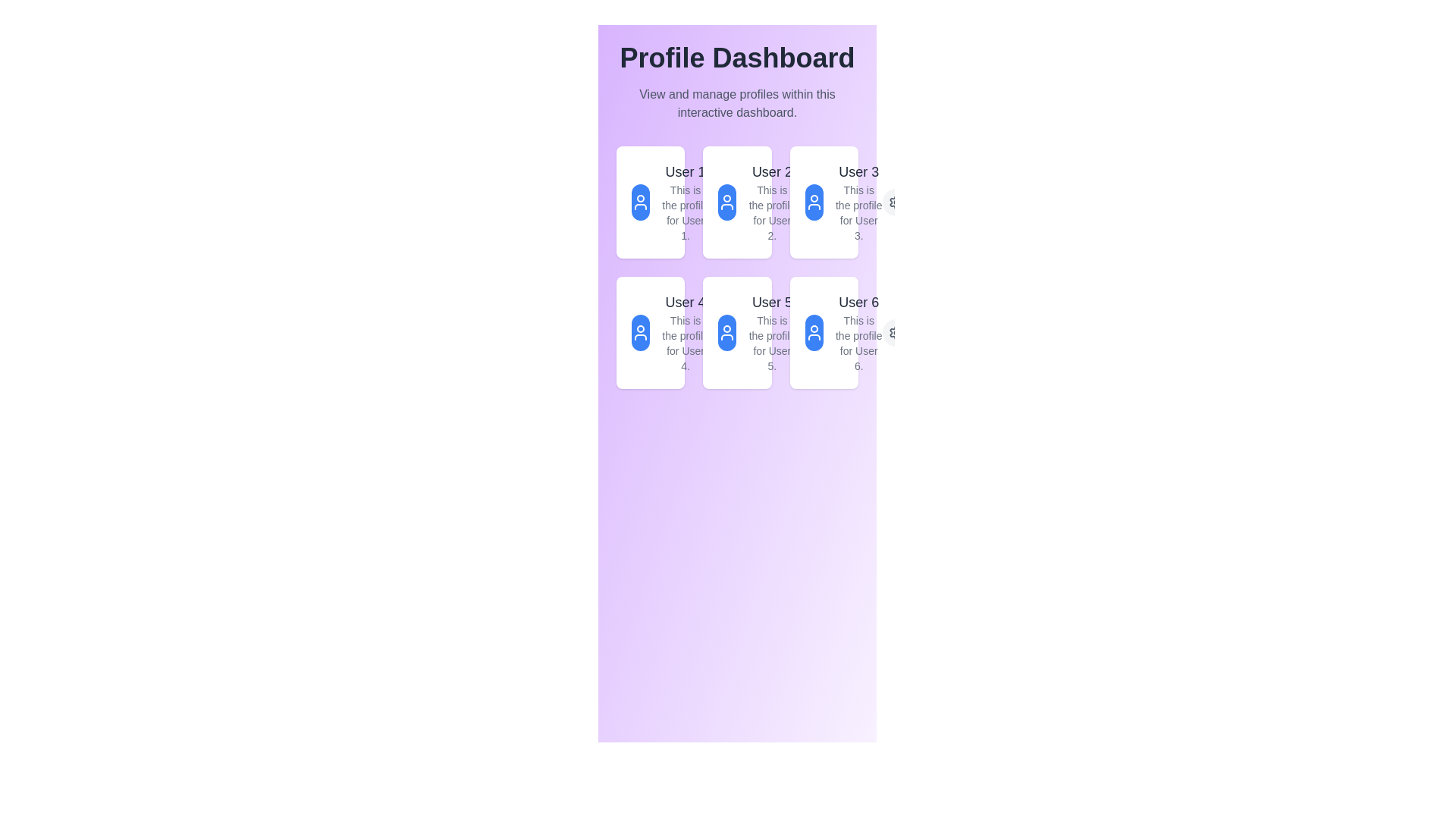 This screenshot has height=819, width=1456. What do you see at coordinates (737, 201) in the screenshot?
I see `the blue circular icon with a white user figure` at bounding box center [737, 201].